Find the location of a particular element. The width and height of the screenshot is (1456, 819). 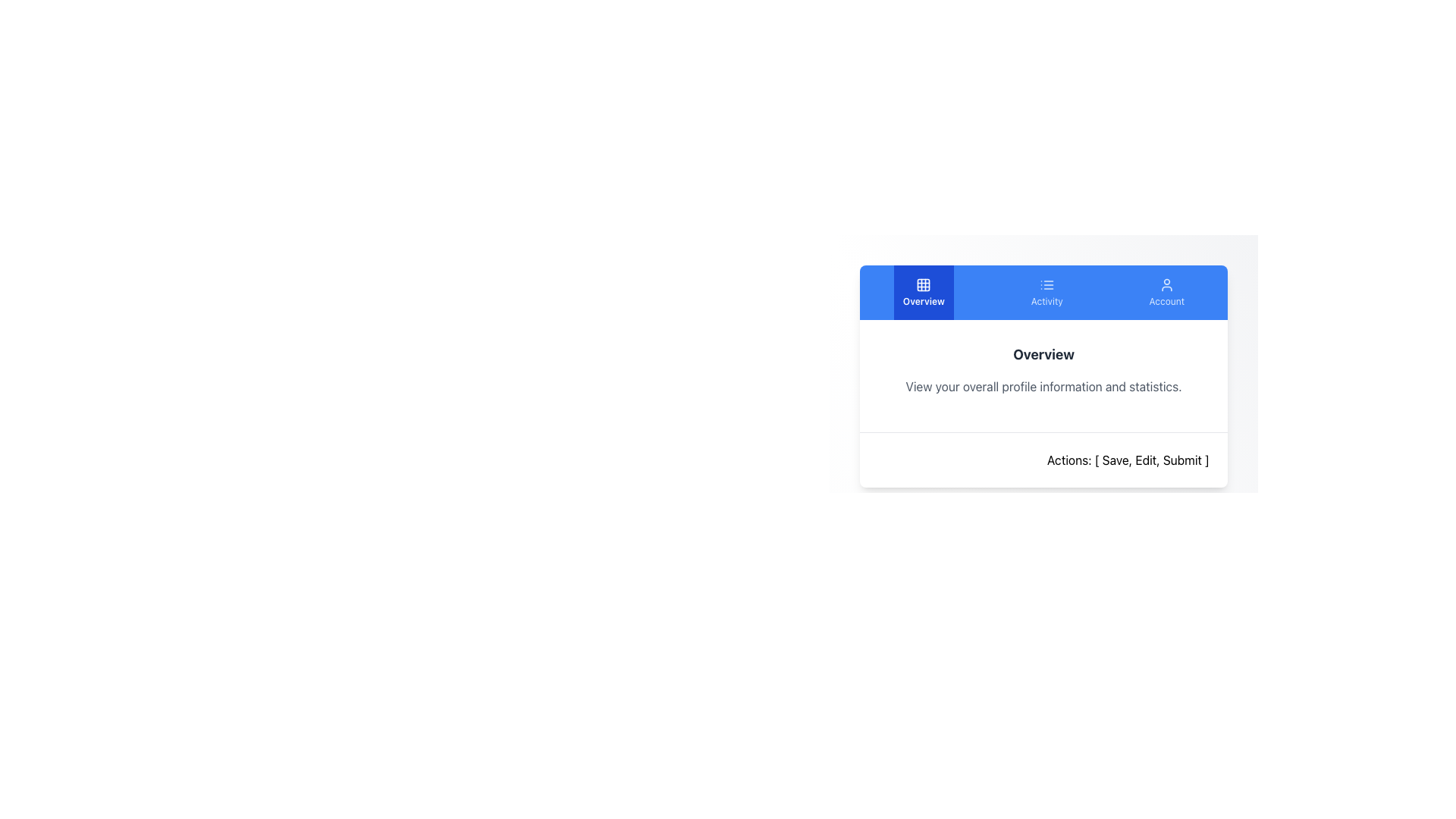

the static text element that reads 'View your overall profile information and statistics.', which is styled with a gray font and located directly below the 'Overview' title is located at coordinates (1043, 385).